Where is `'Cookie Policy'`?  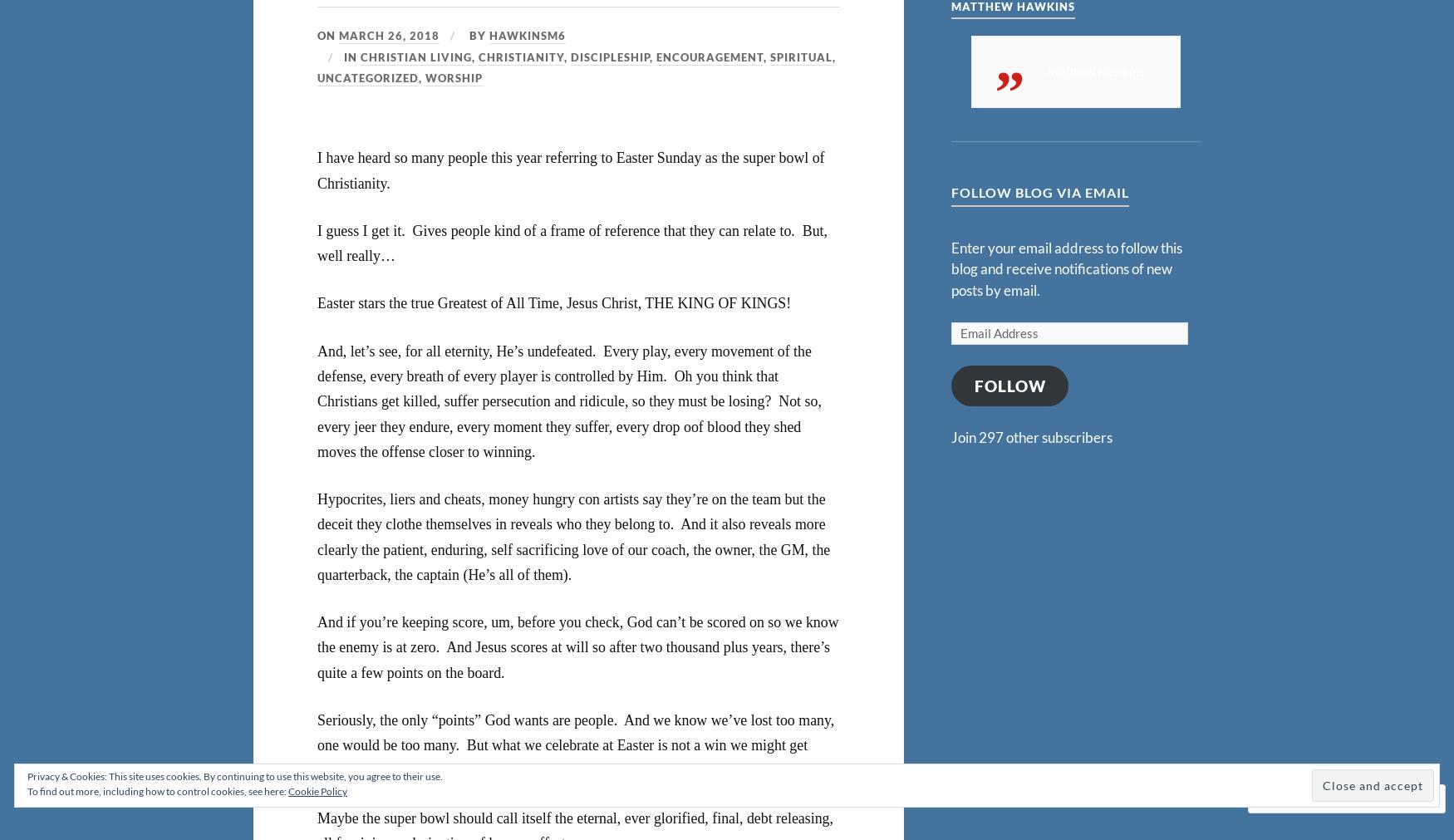
'Cookie Policy' is located at coordinates (317, 791).